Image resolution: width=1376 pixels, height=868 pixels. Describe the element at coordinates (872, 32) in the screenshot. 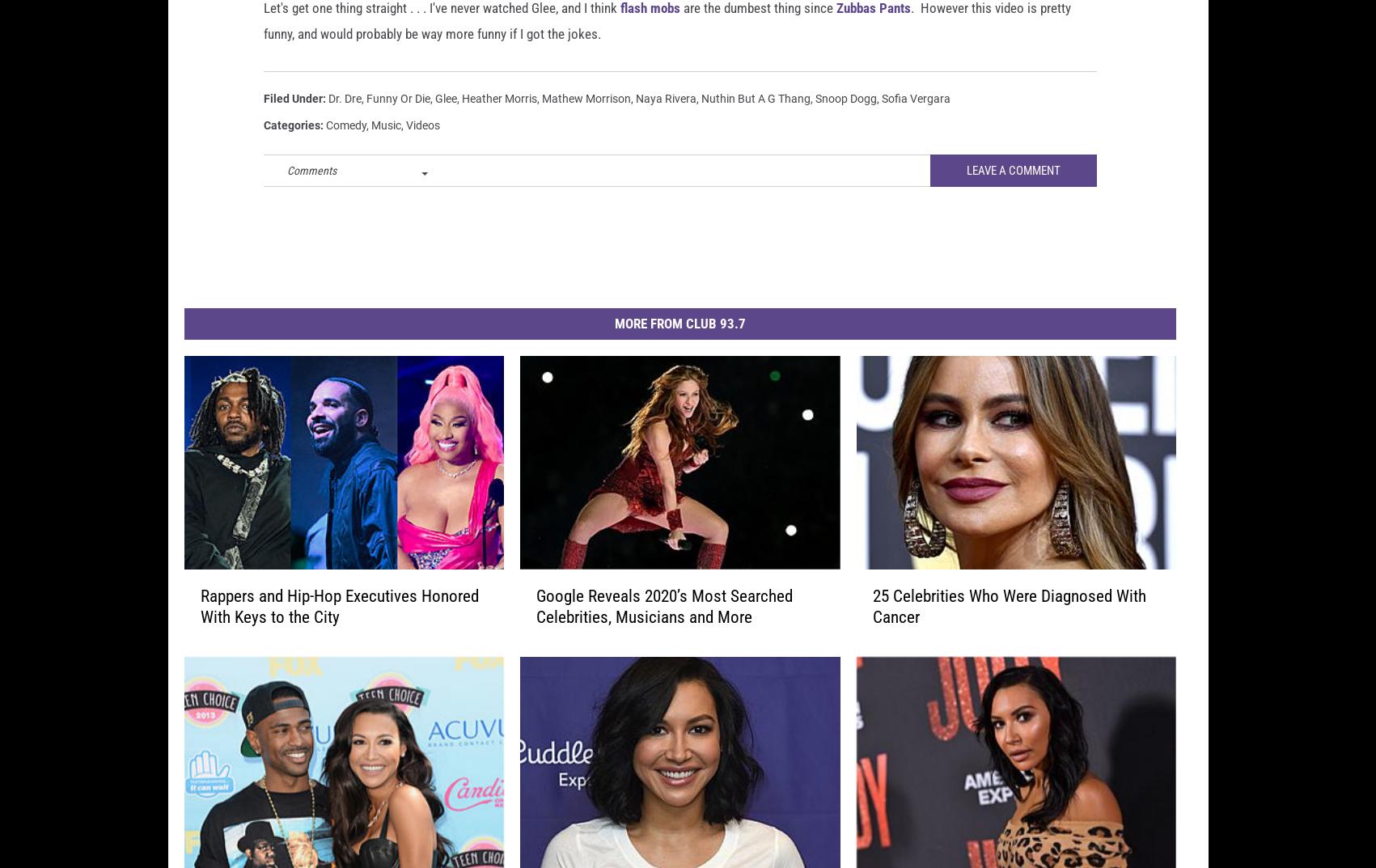

I see `'Zubbas Pants'` at that location.